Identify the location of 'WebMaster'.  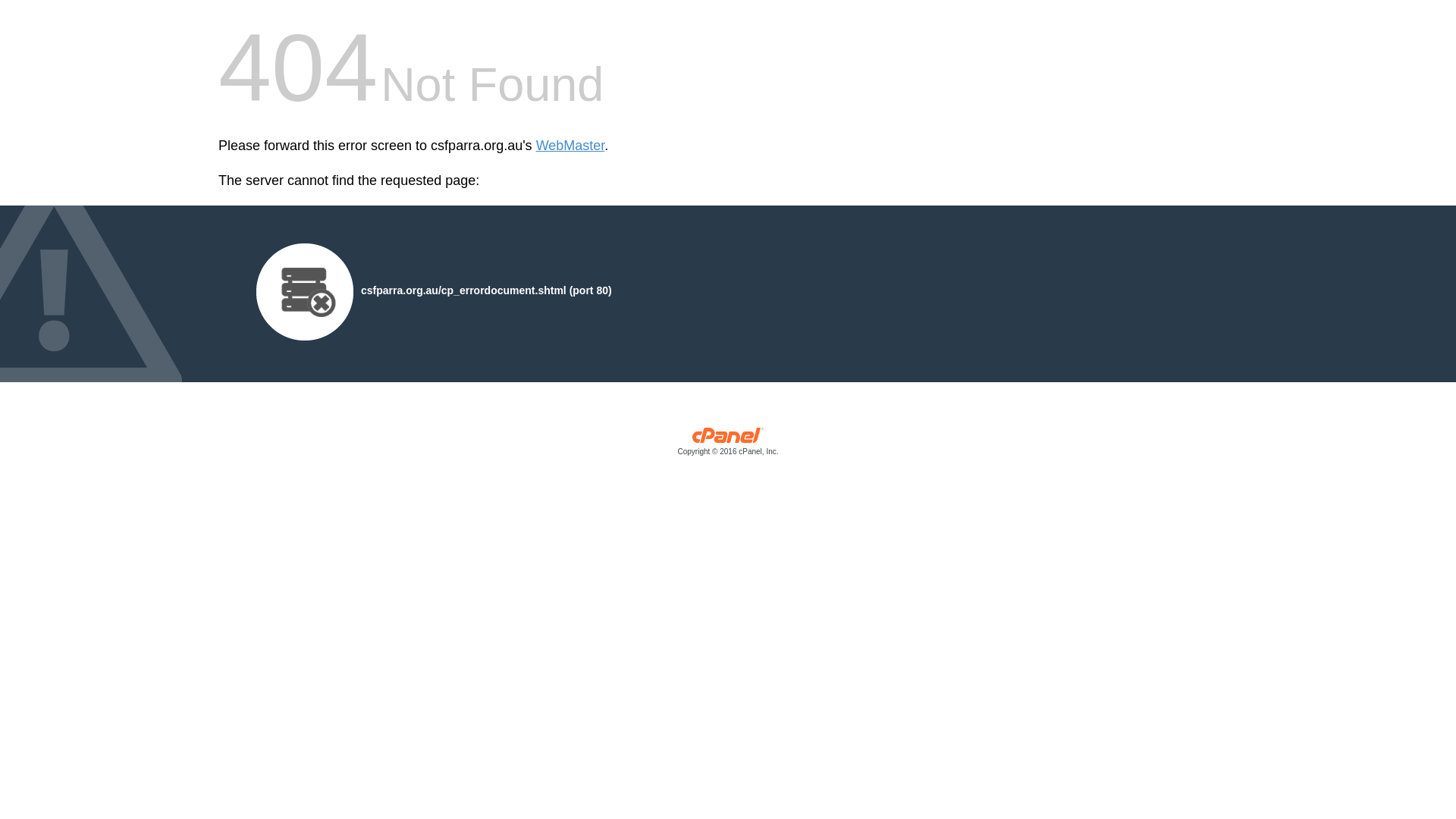
(570, 146).